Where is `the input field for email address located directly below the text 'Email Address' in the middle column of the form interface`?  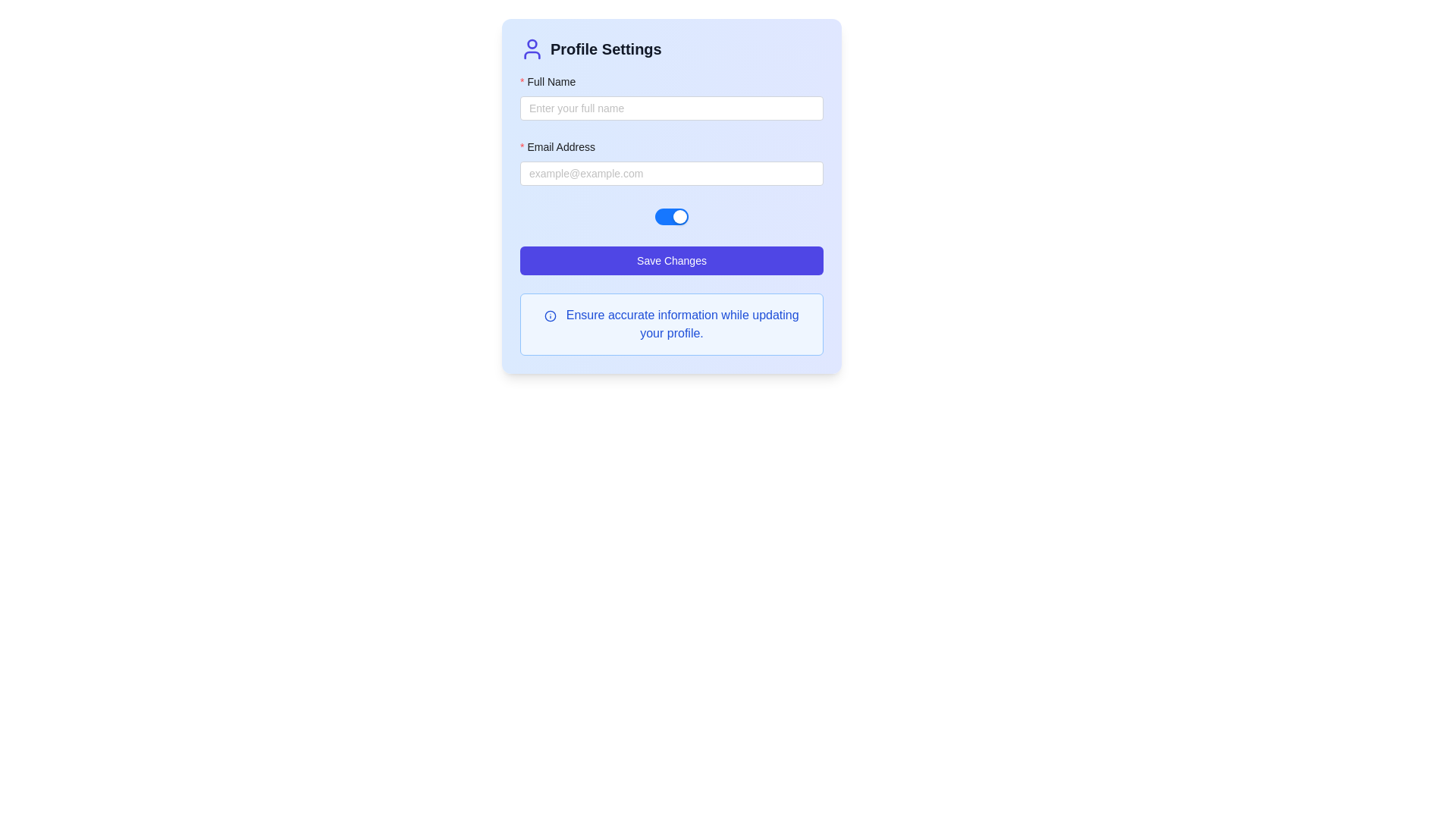 the input field for email address located directly below the text 'Email Address' in the middle column of the form interface is located at coordinates (671, 172).